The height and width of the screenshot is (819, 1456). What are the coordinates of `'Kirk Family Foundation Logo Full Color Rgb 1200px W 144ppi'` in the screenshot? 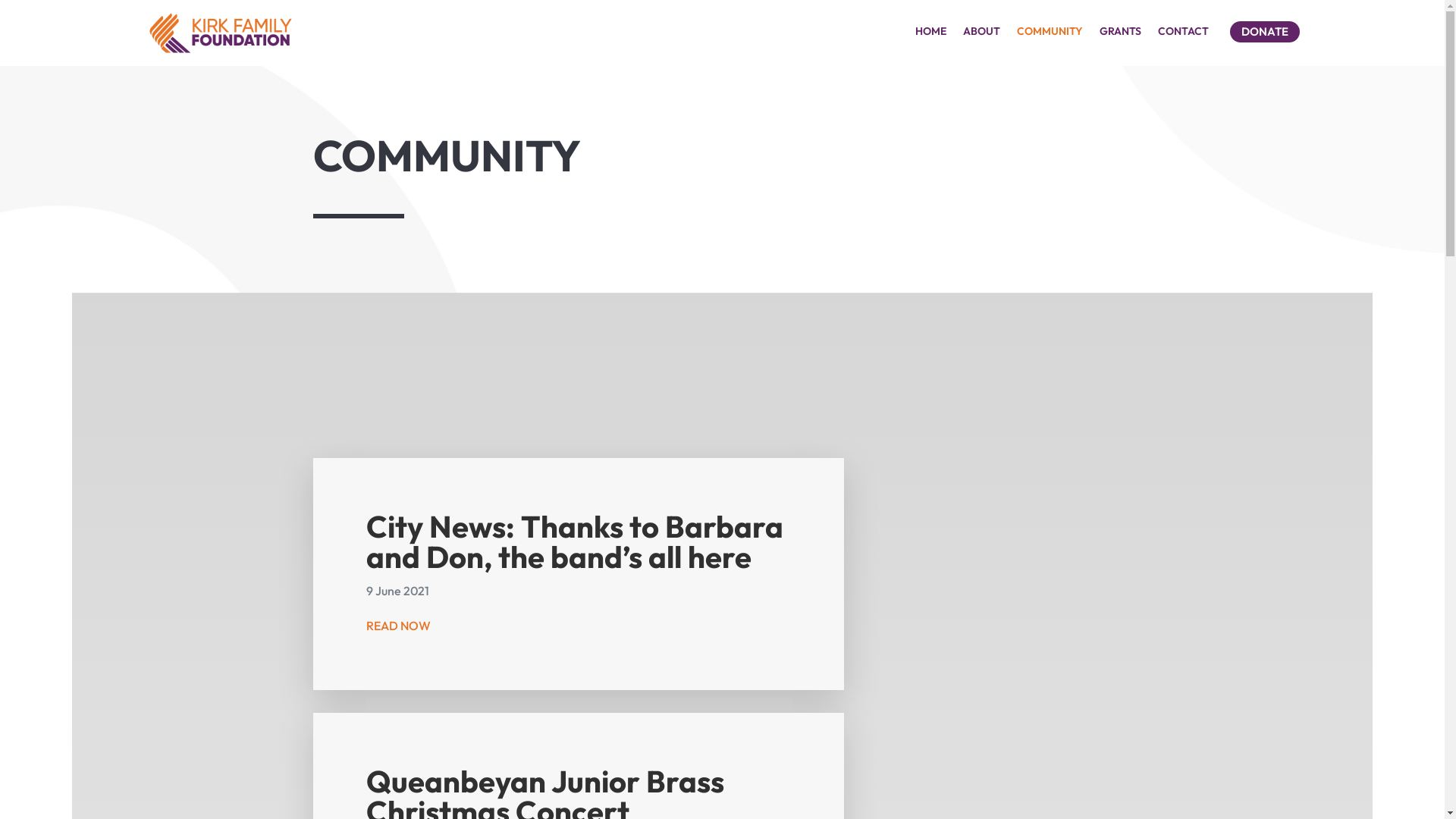 It's located at (218, 33).